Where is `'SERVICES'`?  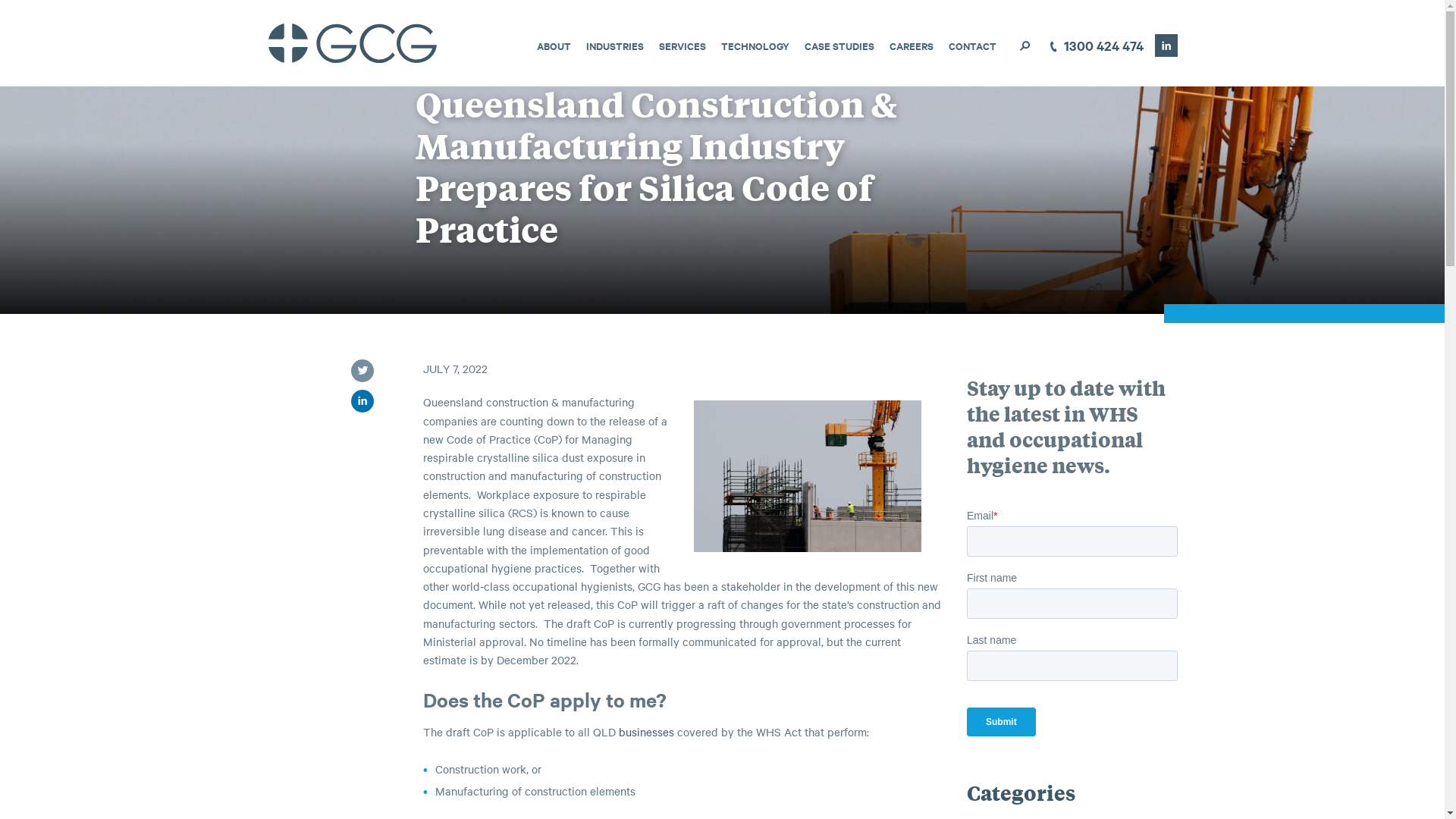
'SERVICES' is located at coordinates (680, 45).